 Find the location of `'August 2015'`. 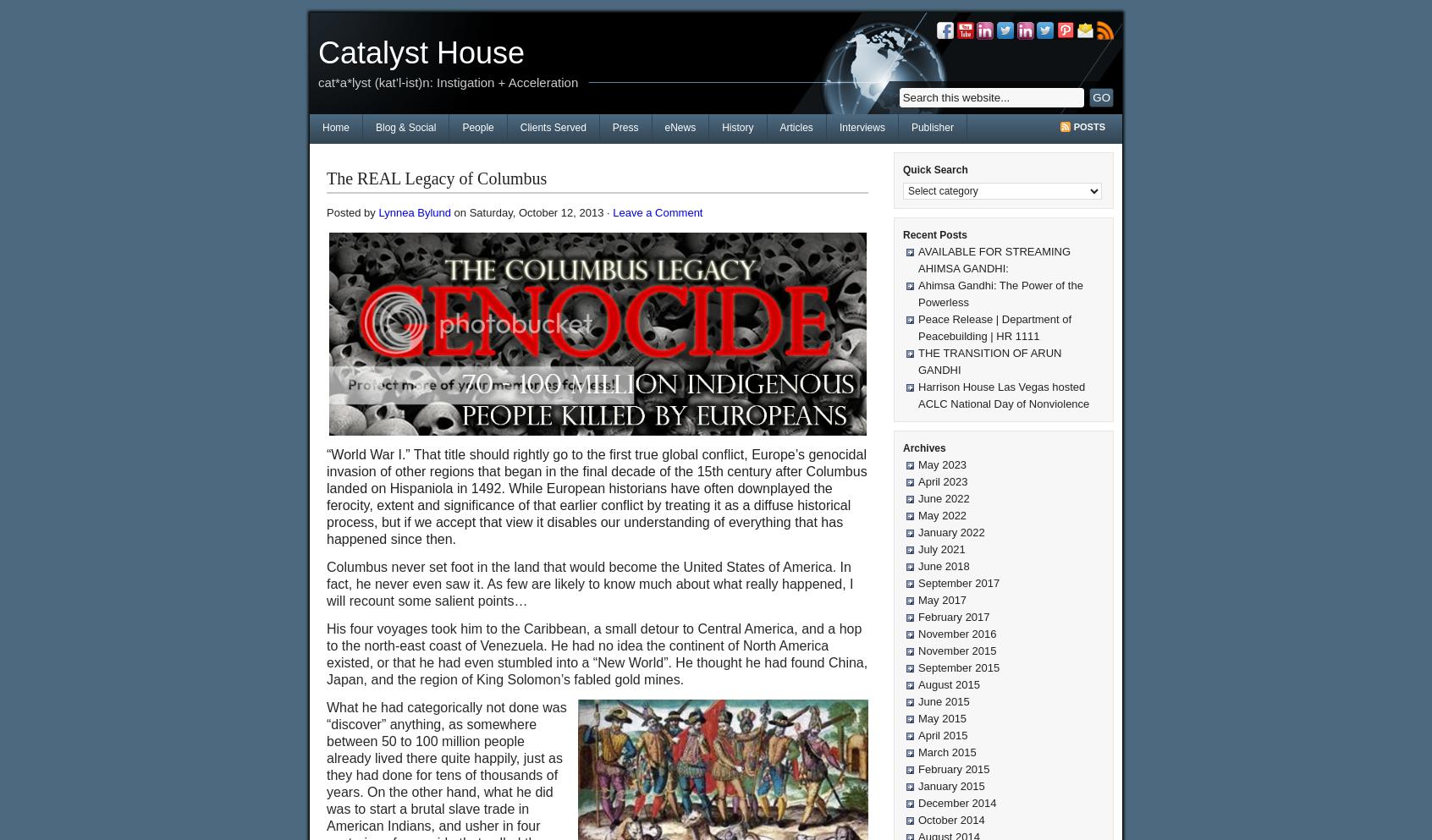

'August 2015' is located at coordinates (949, 684).